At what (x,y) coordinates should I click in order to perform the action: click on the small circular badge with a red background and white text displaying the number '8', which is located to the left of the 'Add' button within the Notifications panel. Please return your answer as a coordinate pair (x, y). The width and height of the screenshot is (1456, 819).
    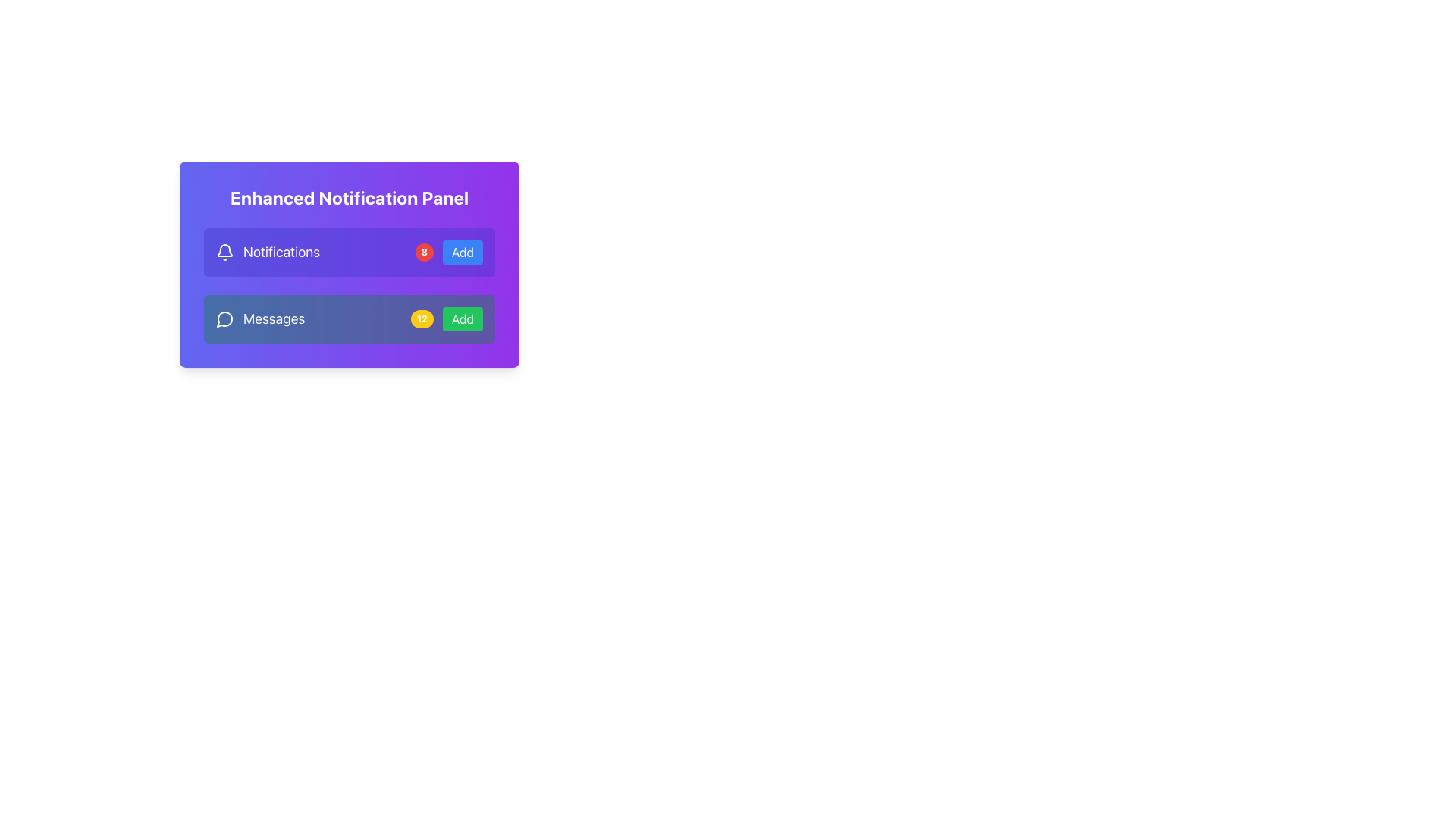
    Looking at the image, I should click on (424, 251).